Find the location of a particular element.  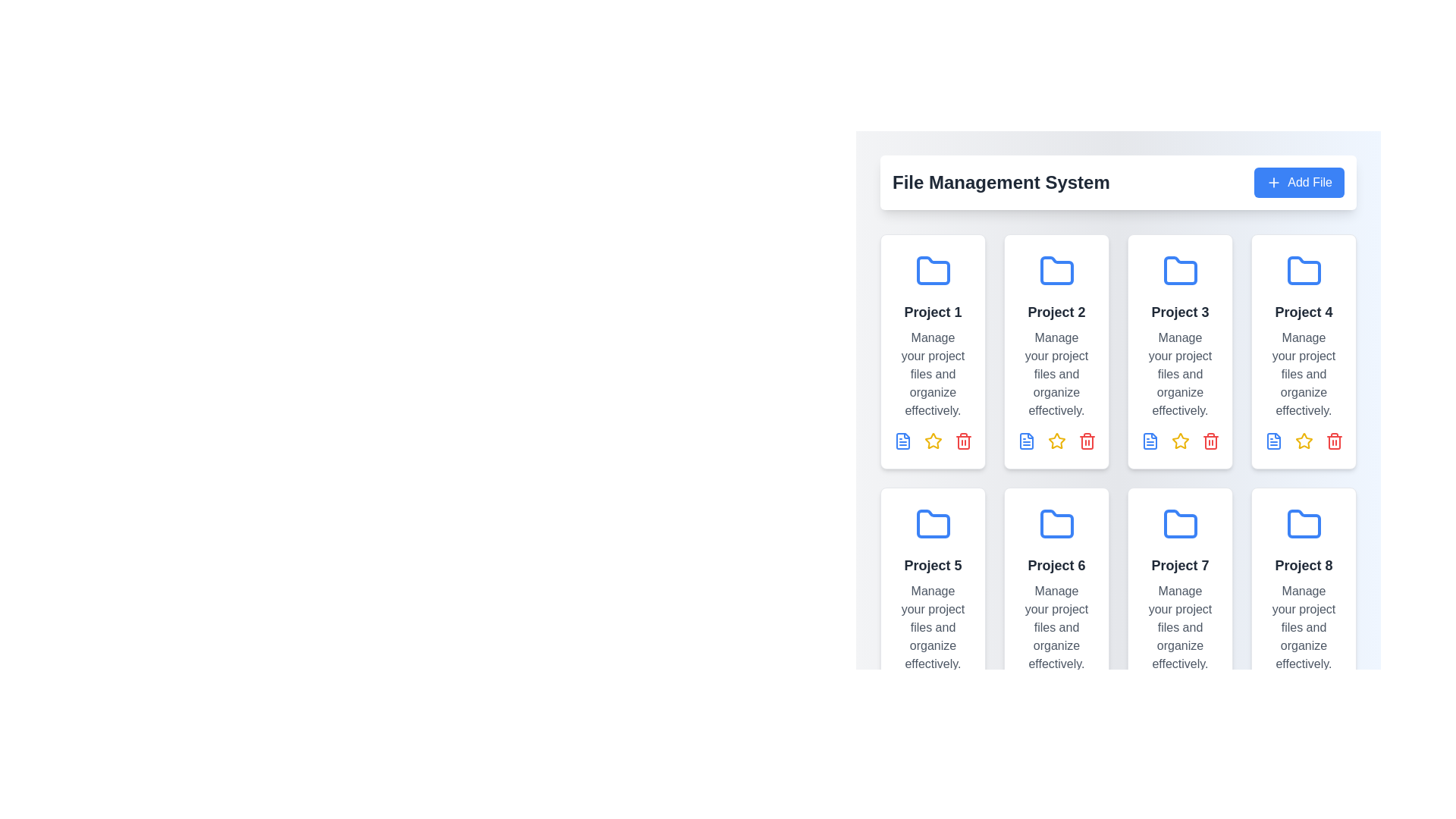

the blue folder icon with a thin white outline located in the 'Project 7' section of the grid layout is located at coordinates (1179, 523).